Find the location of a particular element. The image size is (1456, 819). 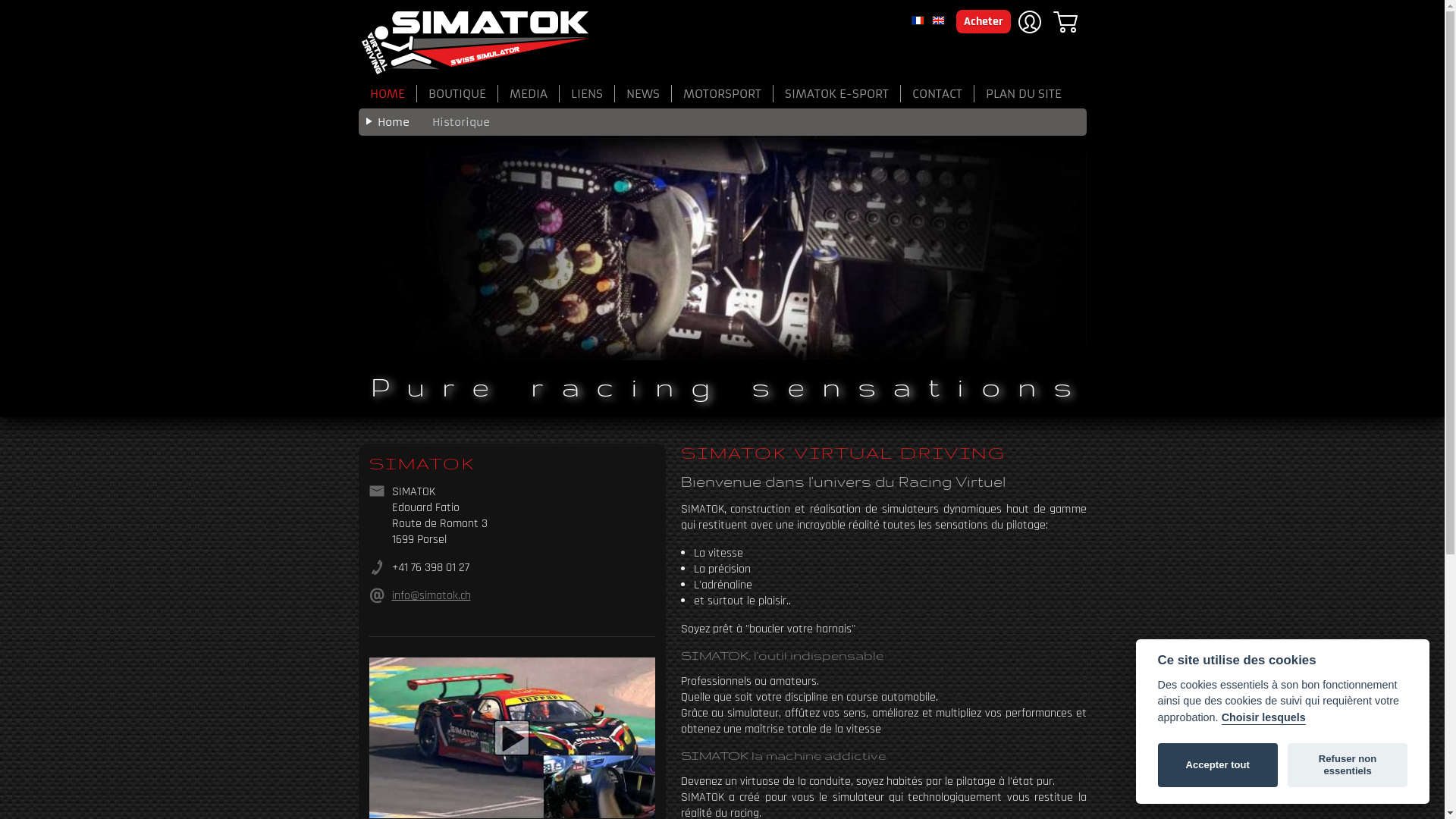

'HOME' is located at coordinates (356, 93).